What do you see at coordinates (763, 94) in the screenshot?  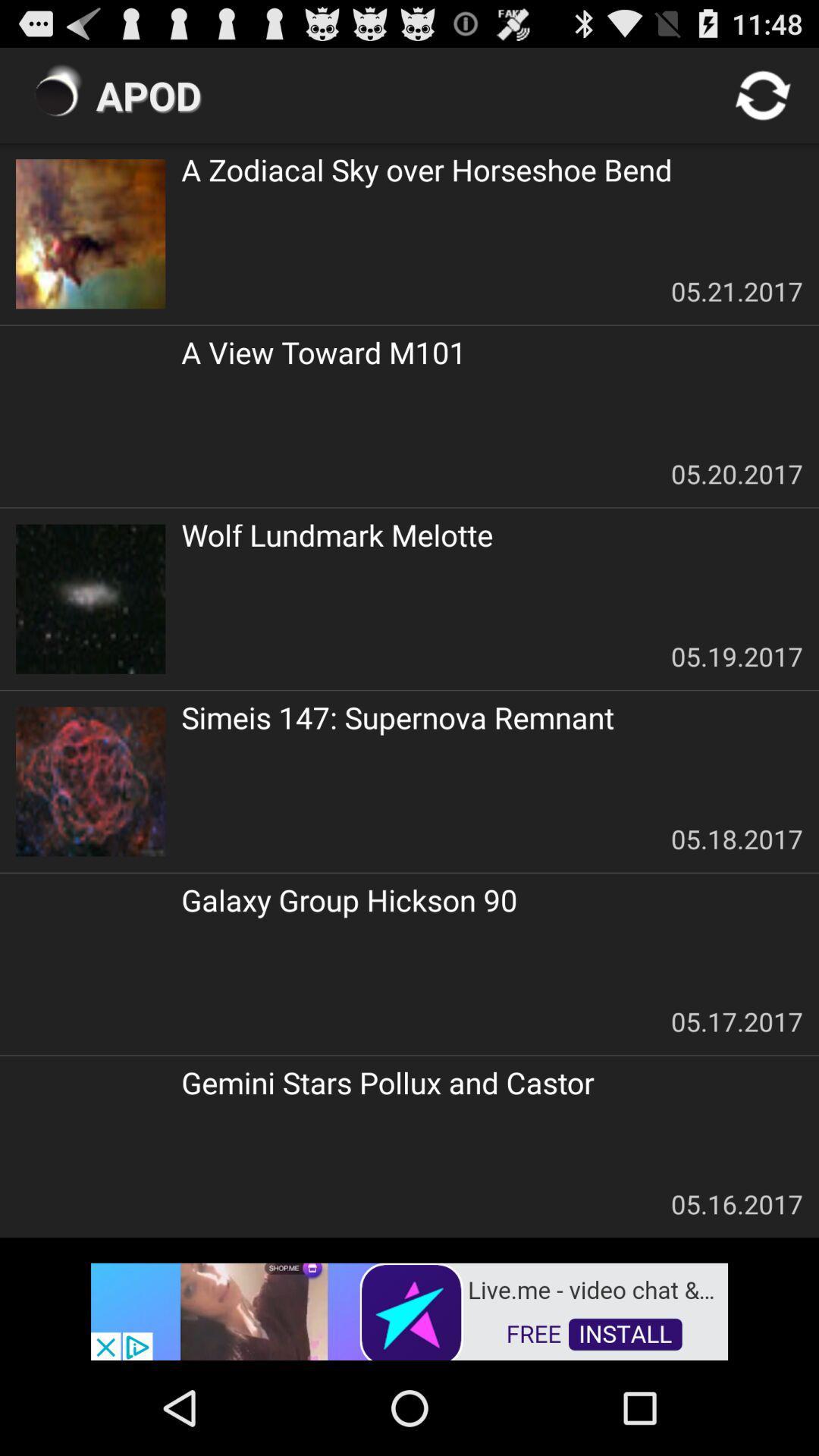 I see `reload` at bounding box center [763, 94].